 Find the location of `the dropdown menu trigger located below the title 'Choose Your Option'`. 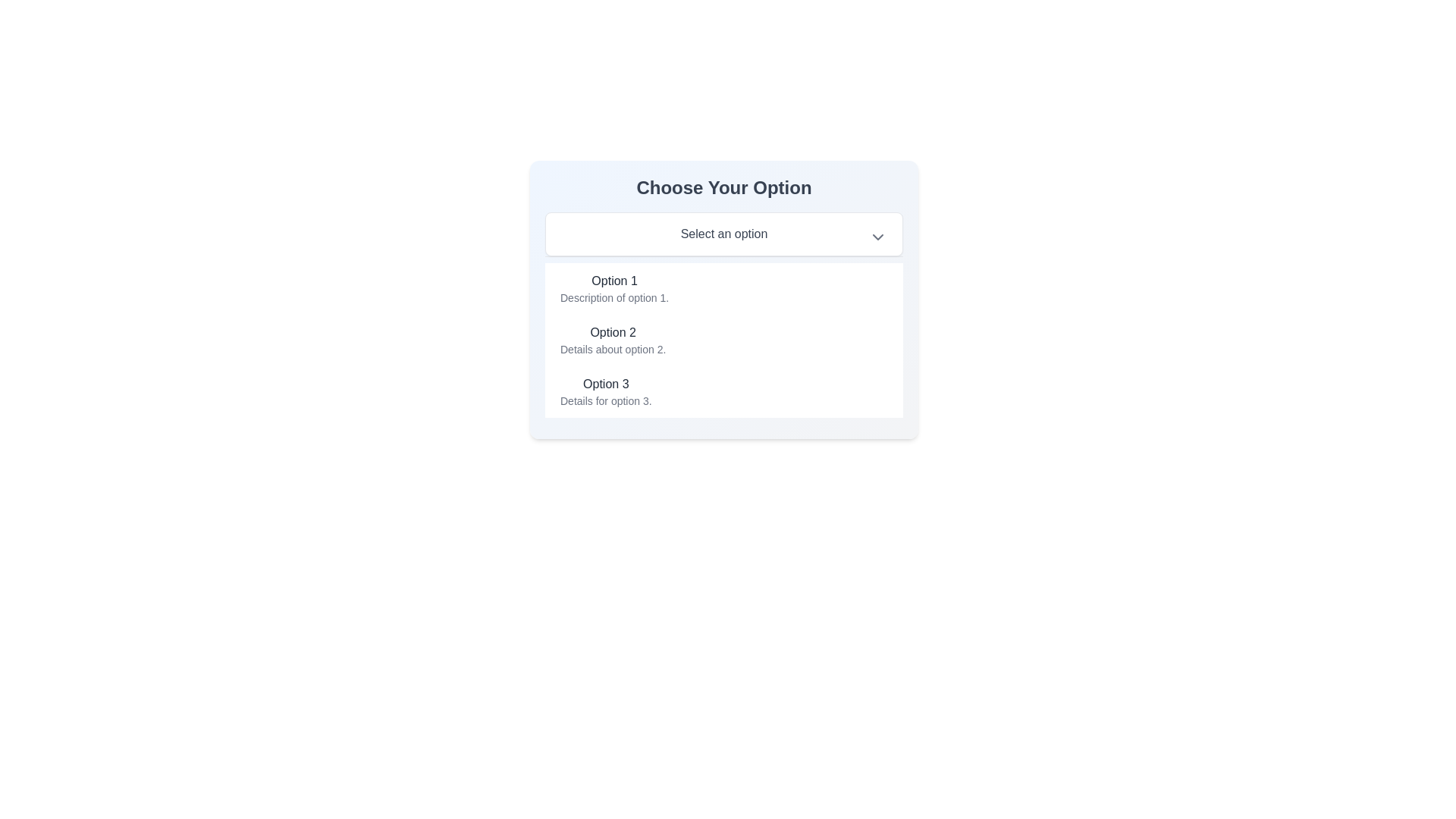

the dropdown menu trigger located below the title 'Choose Your Option' is located at coordinates (723, 234).